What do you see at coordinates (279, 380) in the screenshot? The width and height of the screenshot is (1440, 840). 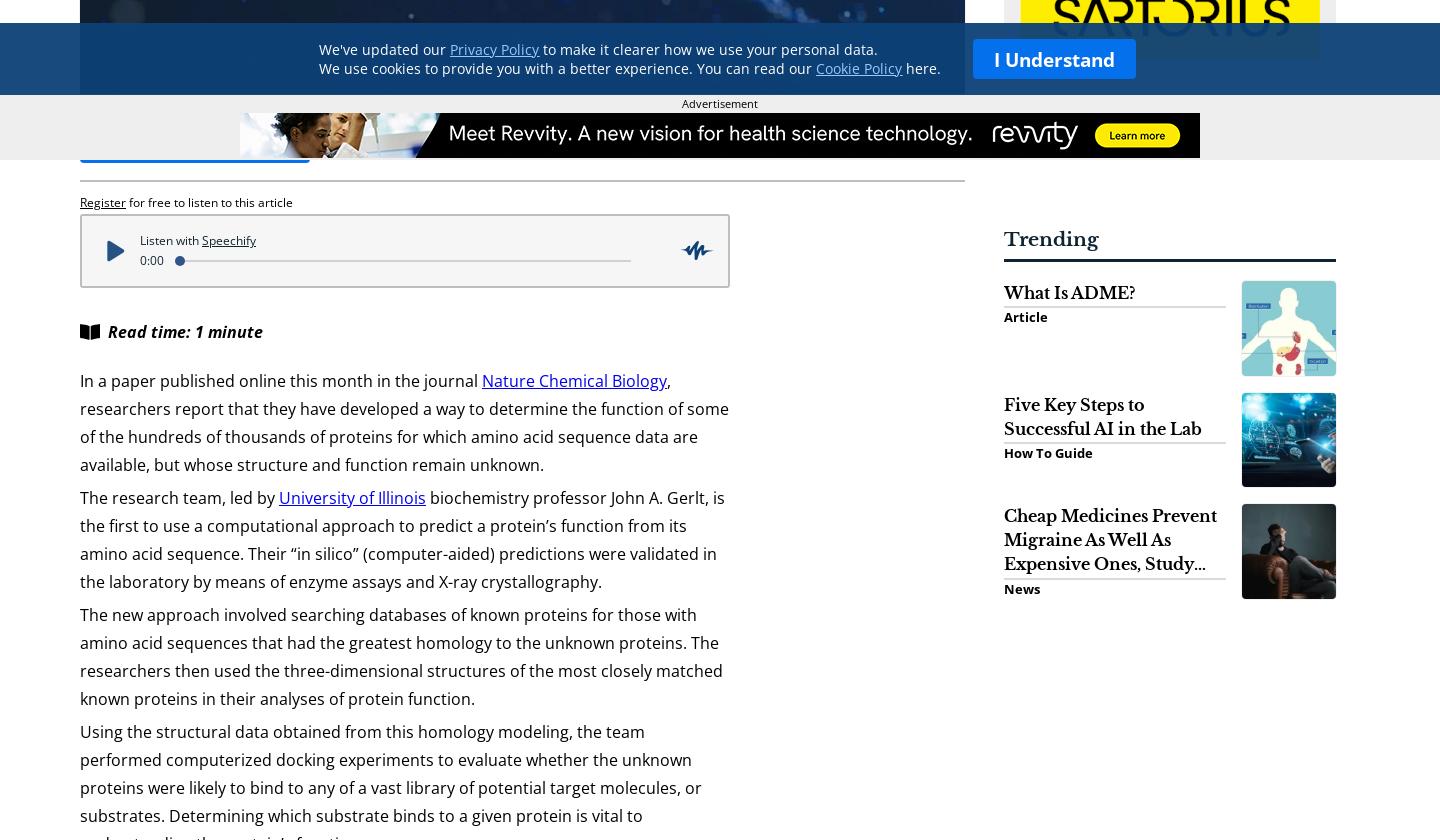 I see `'In a paper published online this month in the journal'` at bounding box center [279, 380].